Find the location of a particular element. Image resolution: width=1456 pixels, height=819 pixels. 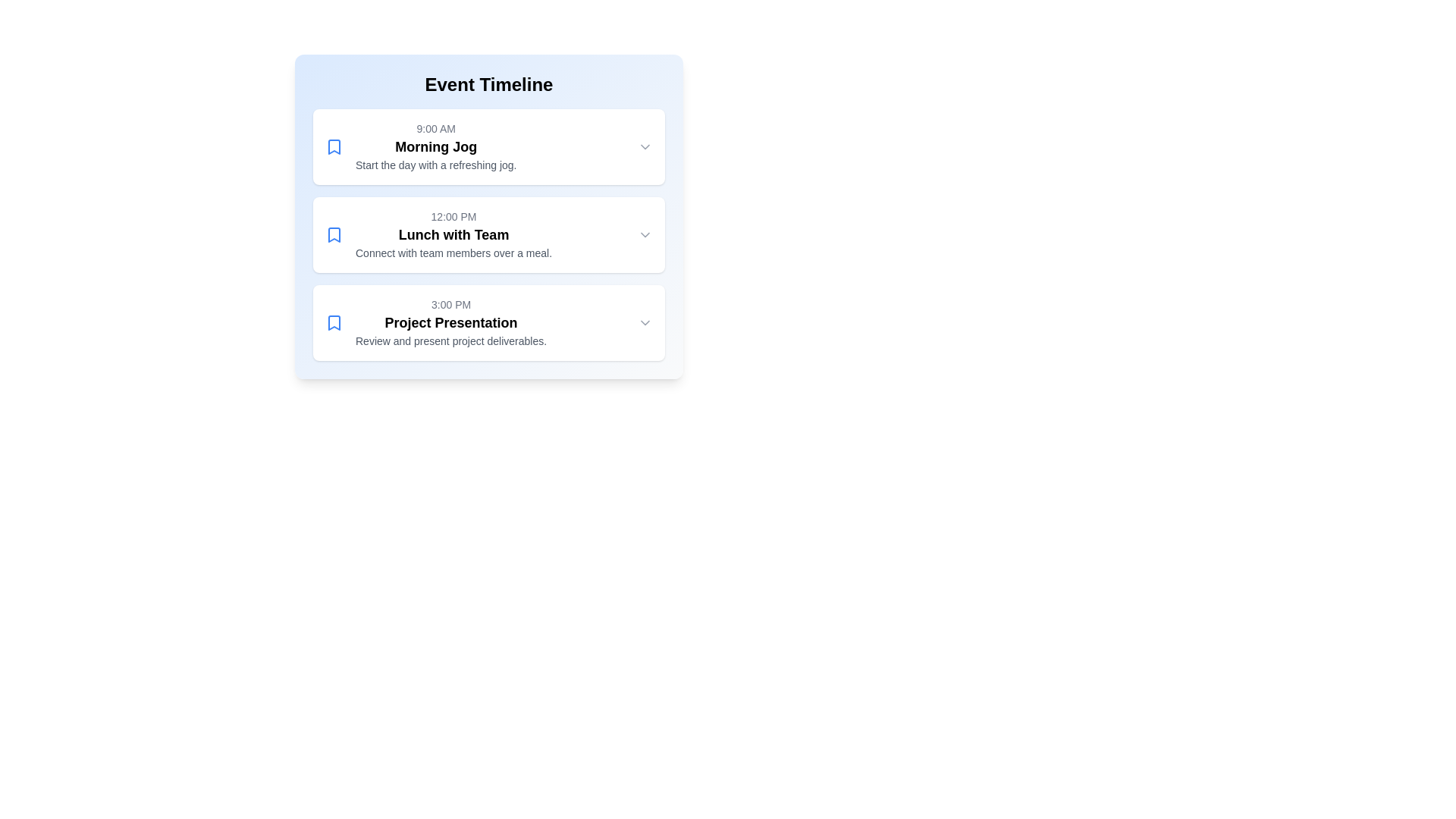

the icon located at the left edge of the tile for the '9:00 AM Morning Jog' entry in the 'Event Timeline' is located at coordinates (334, 146).